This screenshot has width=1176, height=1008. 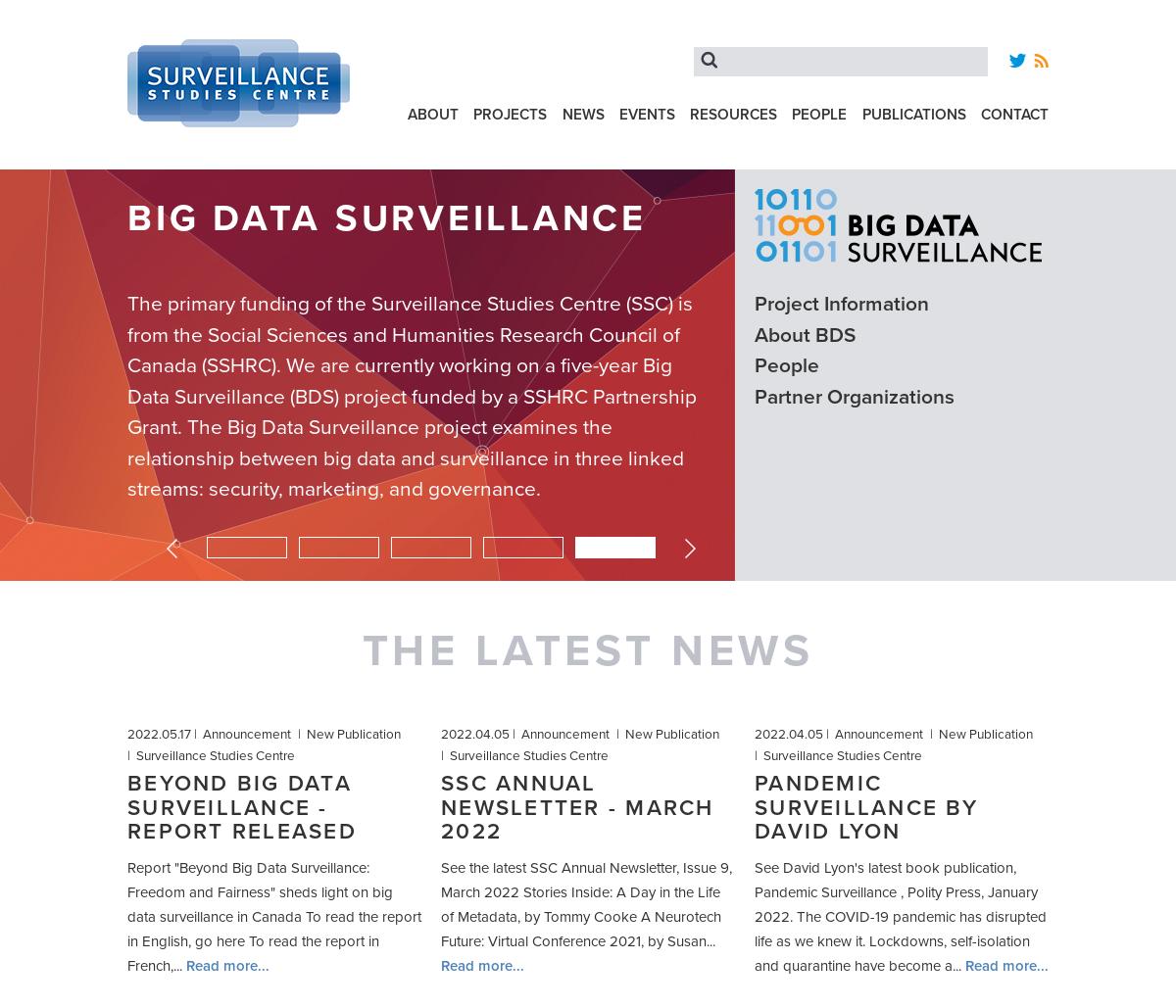 What do you see at coordinates (382, 543) in the screenshot?
I see `'2'` at bounding box center [382, 543].